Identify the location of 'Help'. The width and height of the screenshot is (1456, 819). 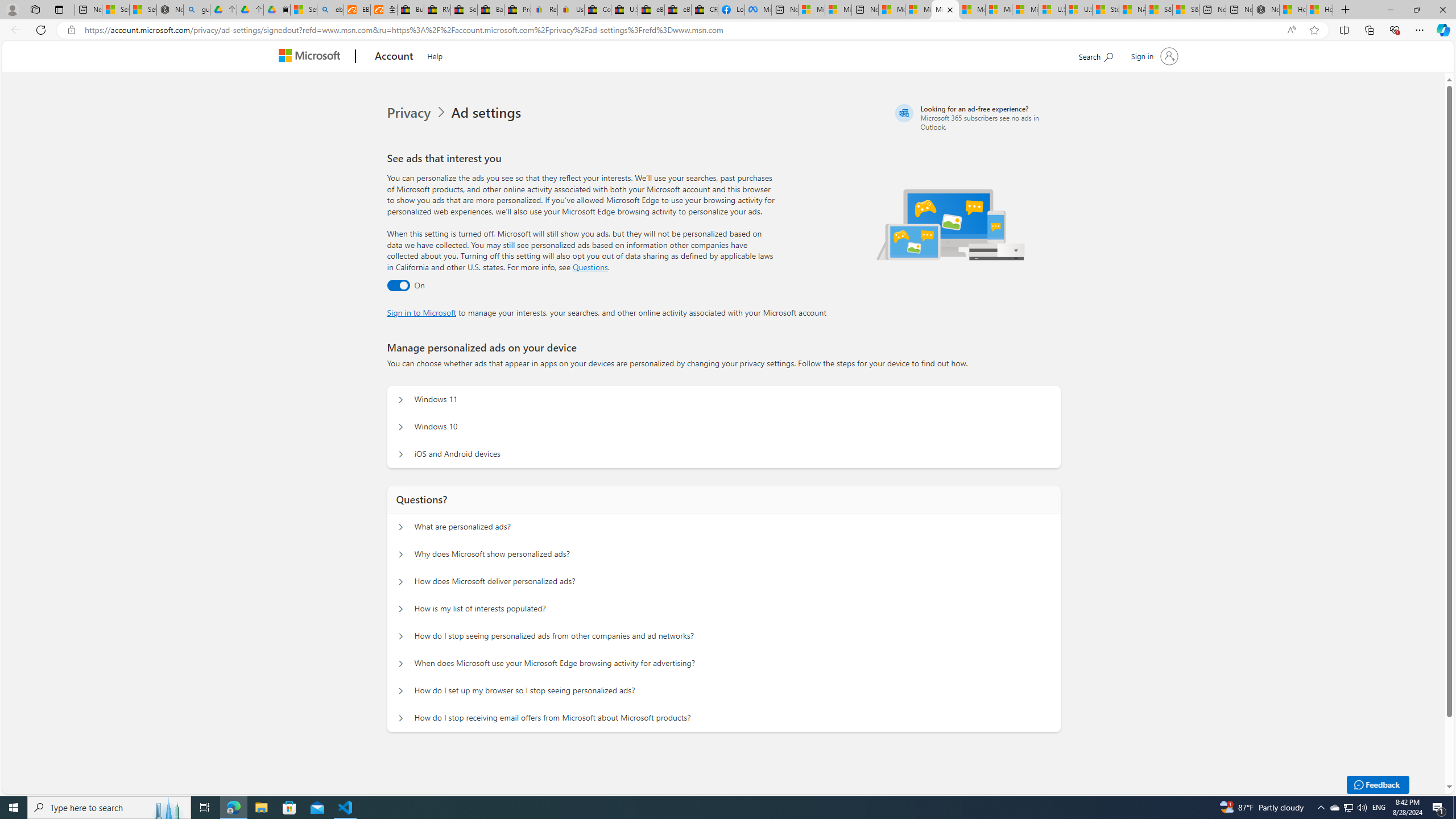
(435, 55).